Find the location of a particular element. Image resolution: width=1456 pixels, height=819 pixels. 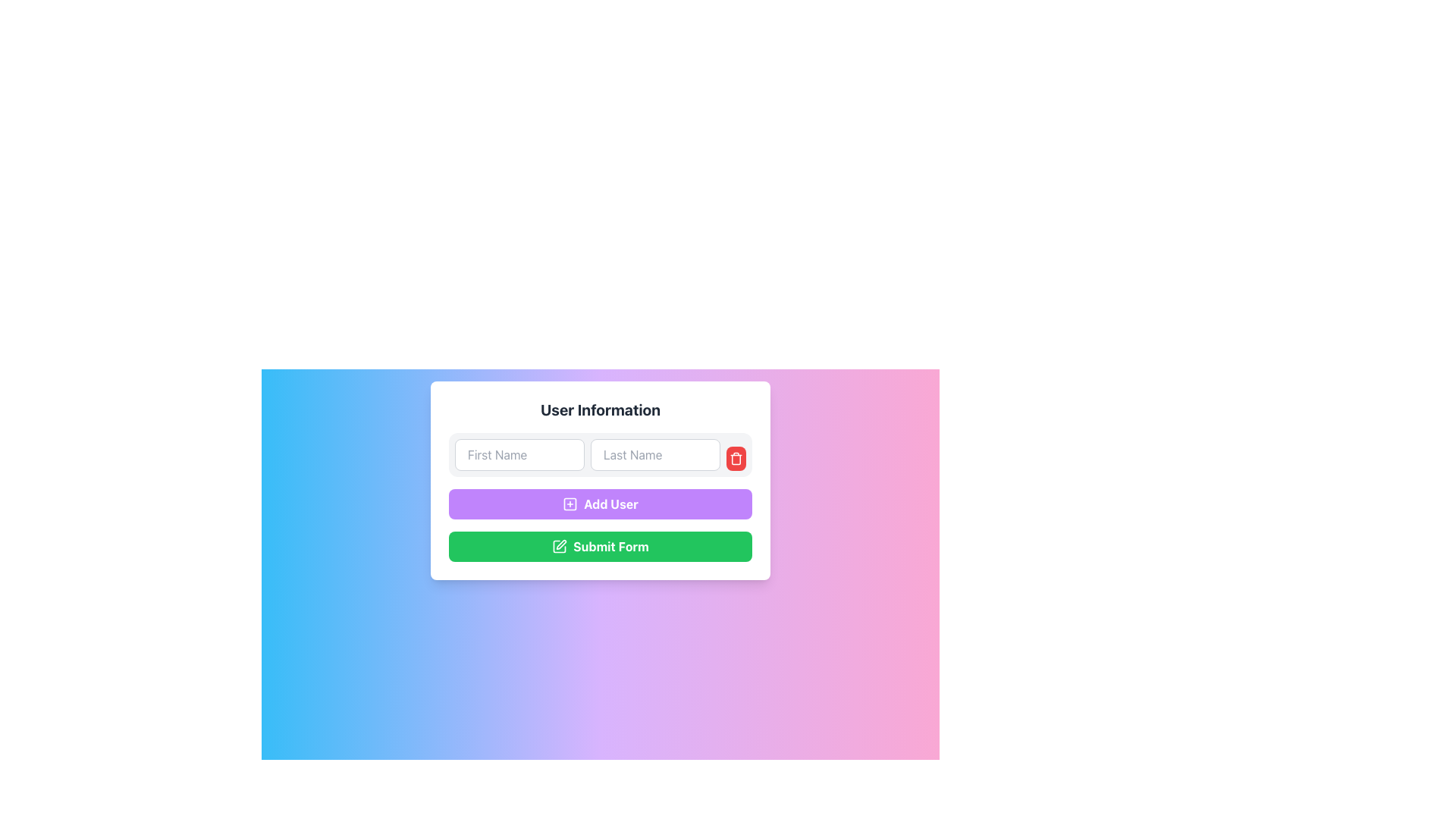

the '+' graphic icon within the 'Add User' button is located at coordinates (570, 504).